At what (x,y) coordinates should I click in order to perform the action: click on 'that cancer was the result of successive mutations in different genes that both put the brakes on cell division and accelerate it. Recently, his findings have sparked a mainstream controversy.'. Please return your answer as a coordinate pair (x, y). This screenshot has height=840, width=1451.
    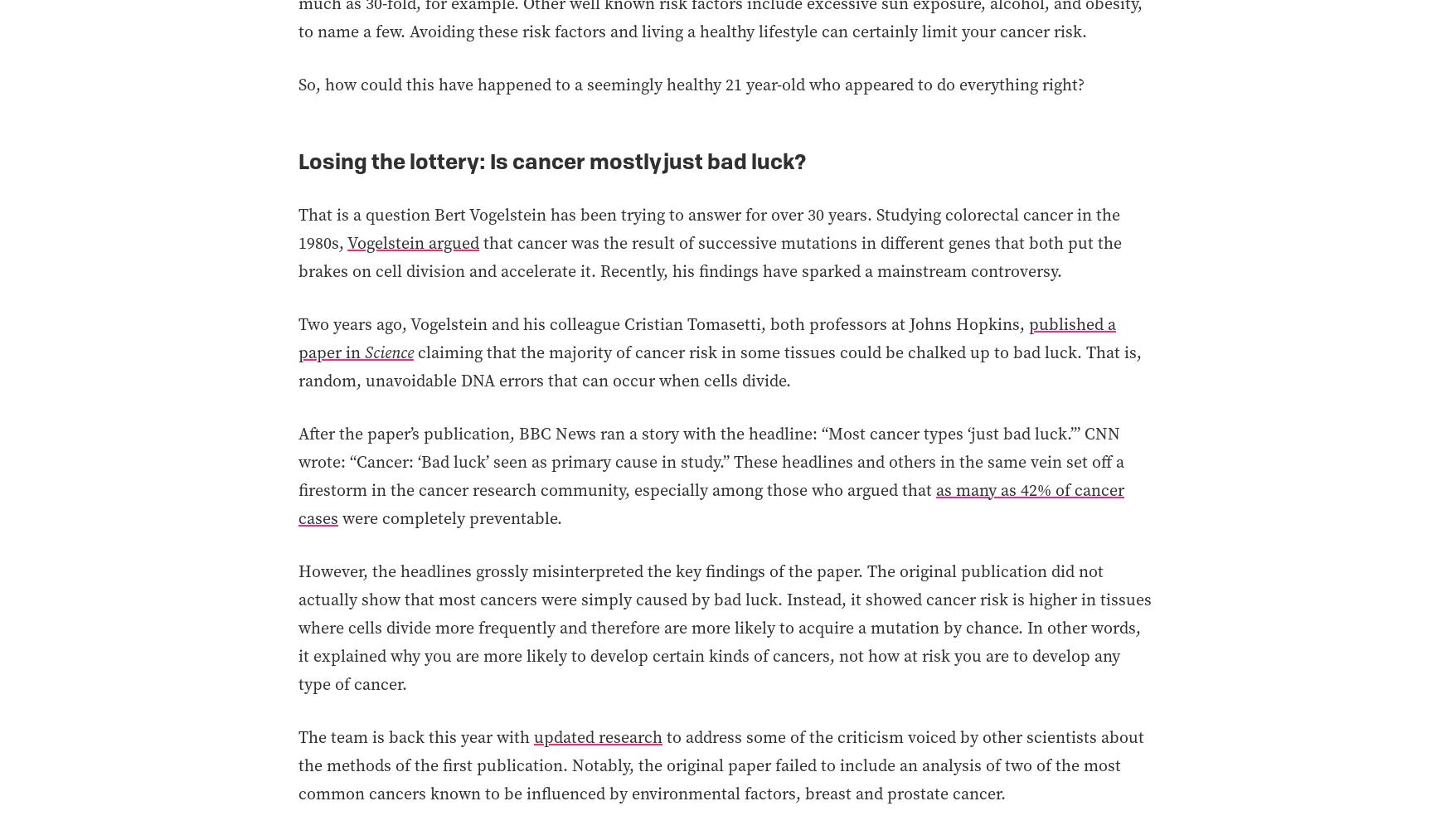
    Looking at the image, I should click on (710, 255).